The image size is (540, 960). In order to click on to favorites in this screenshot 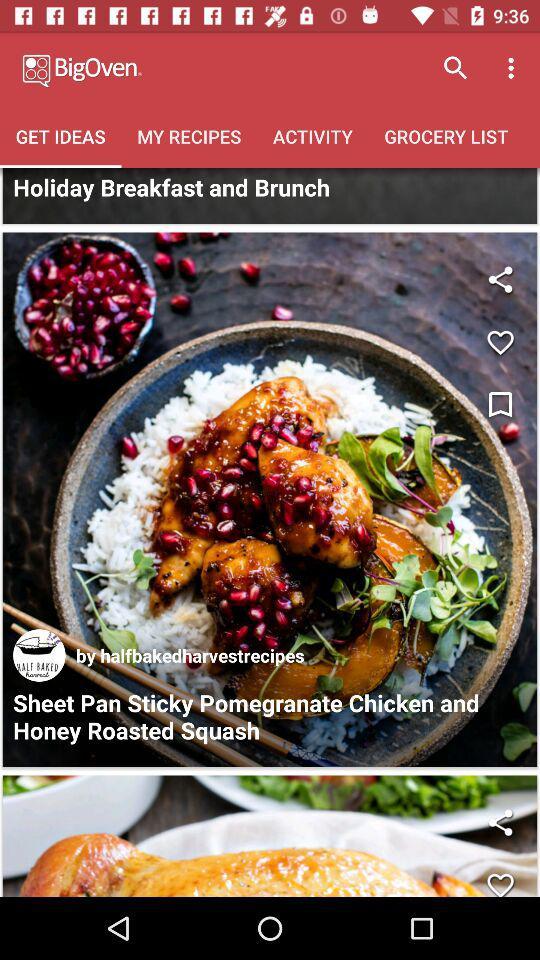, I will do `click(499, 877)`.